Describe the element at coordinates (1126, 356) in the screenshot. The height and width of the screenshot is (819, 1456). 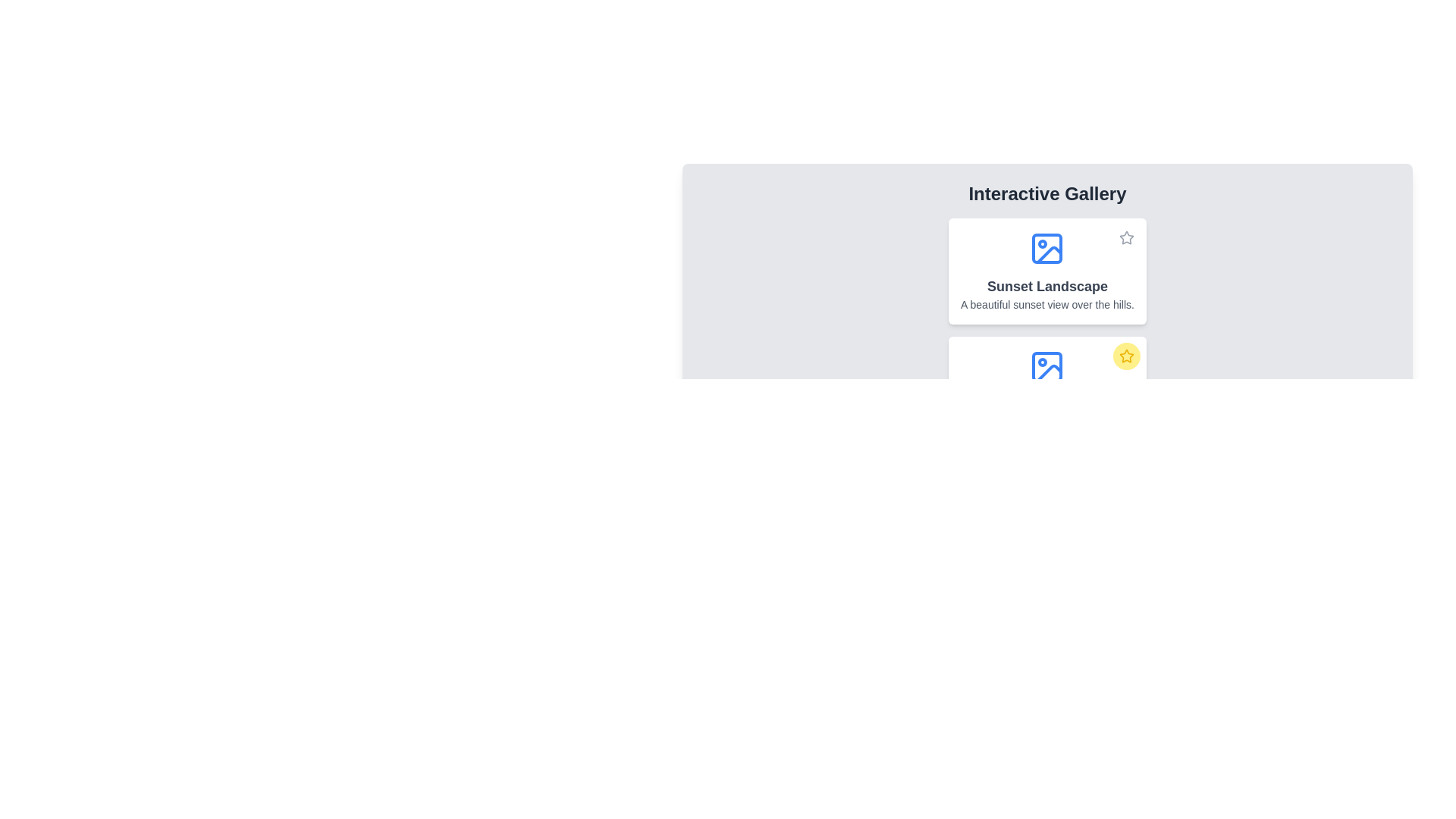
I see `the star-shaped icon with a yellow fill located at the top-right corner of the 'Sunset Landscape' card` at that location.